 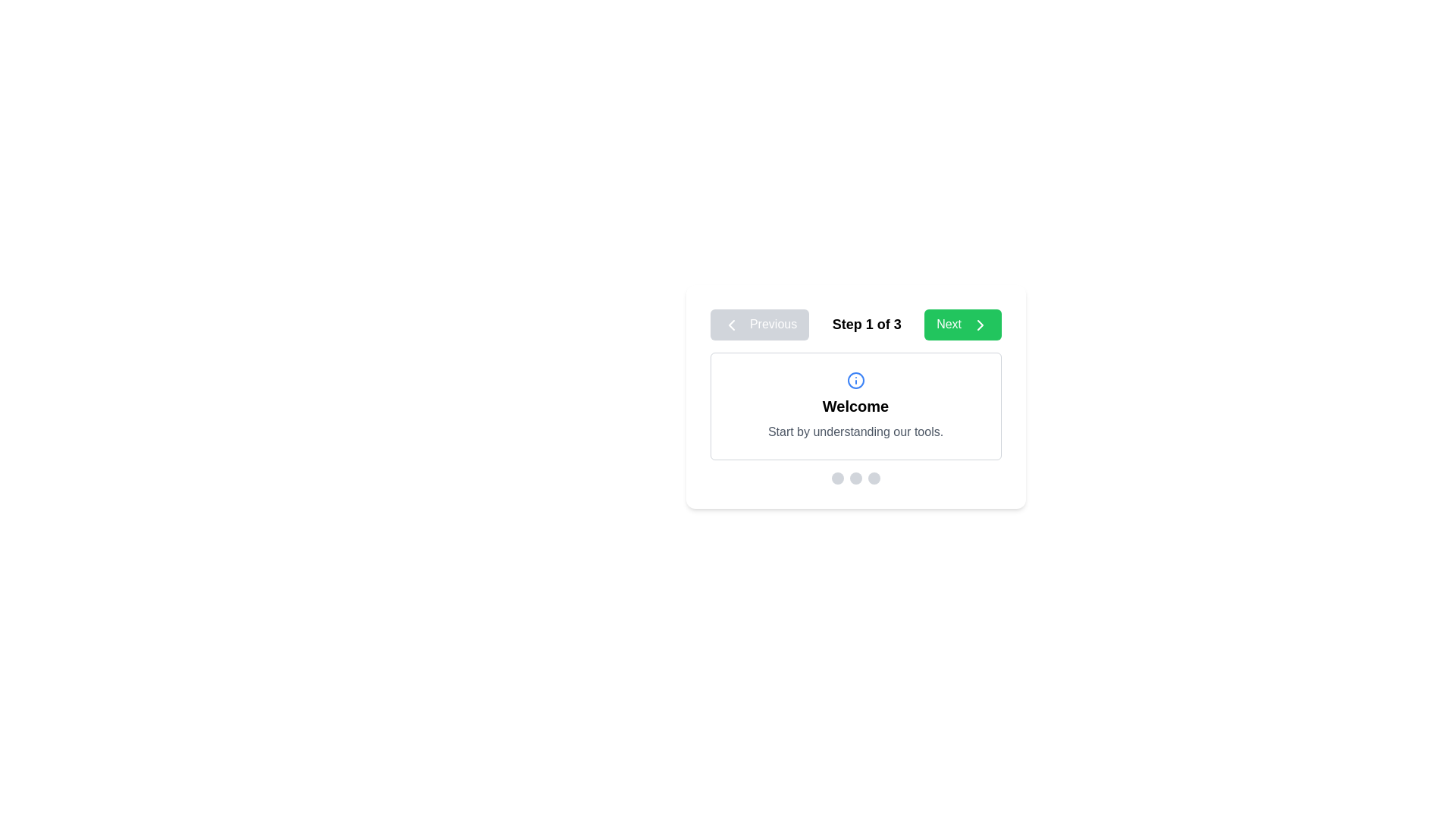 What do you see at coordinates (962, 324) in the screenshot?
I see `the 'Next' button, which is a rectangular button with a green background, white text, and a right-pointing chevron, located on the right-hand side of the navigation bar` at bounding box center [962, 324].